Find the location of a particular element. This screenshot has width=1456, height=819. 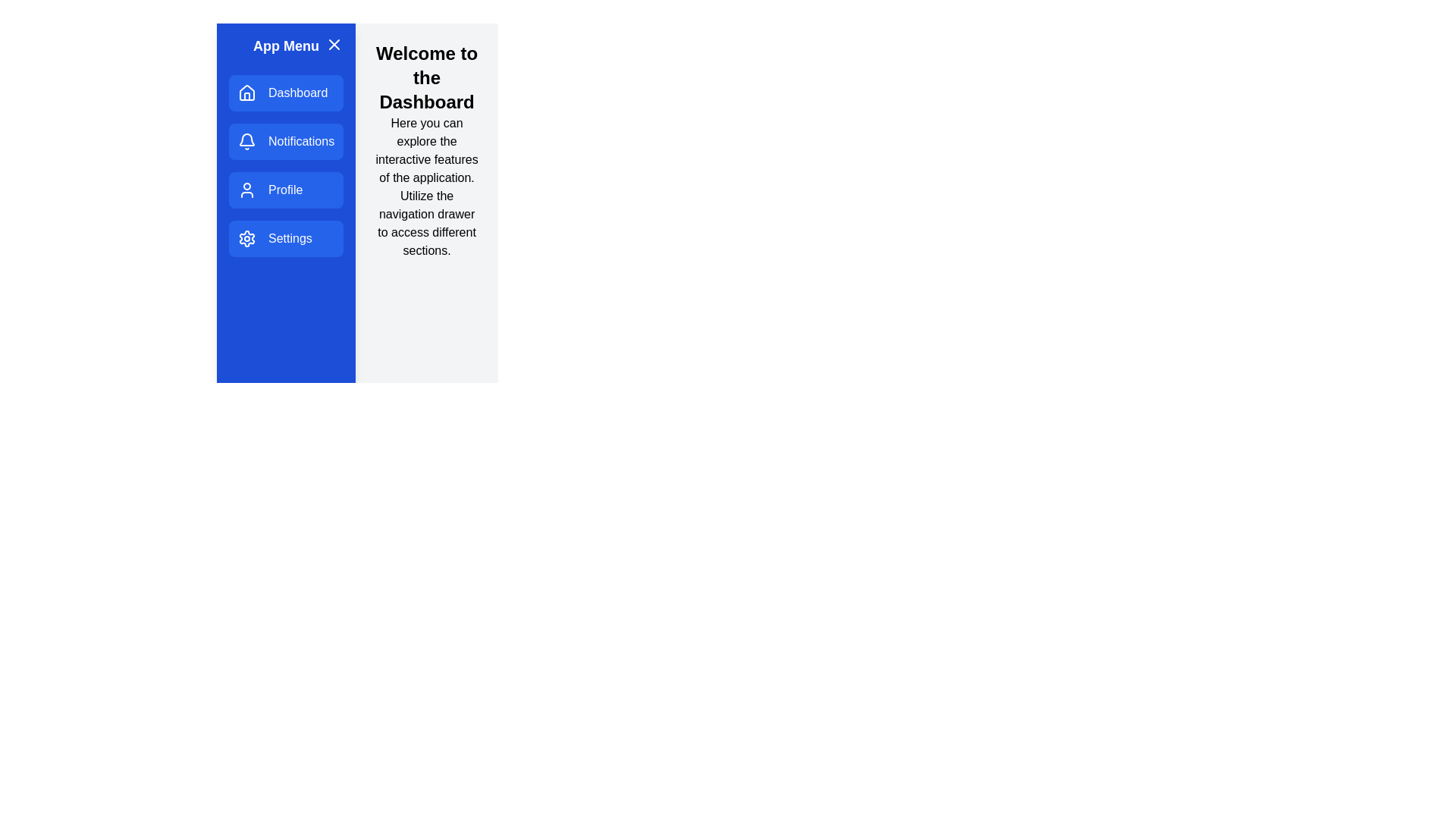

the rectangular blue button labeled 'Notifications' with a white bell icon is located at coordinates (286, 141).